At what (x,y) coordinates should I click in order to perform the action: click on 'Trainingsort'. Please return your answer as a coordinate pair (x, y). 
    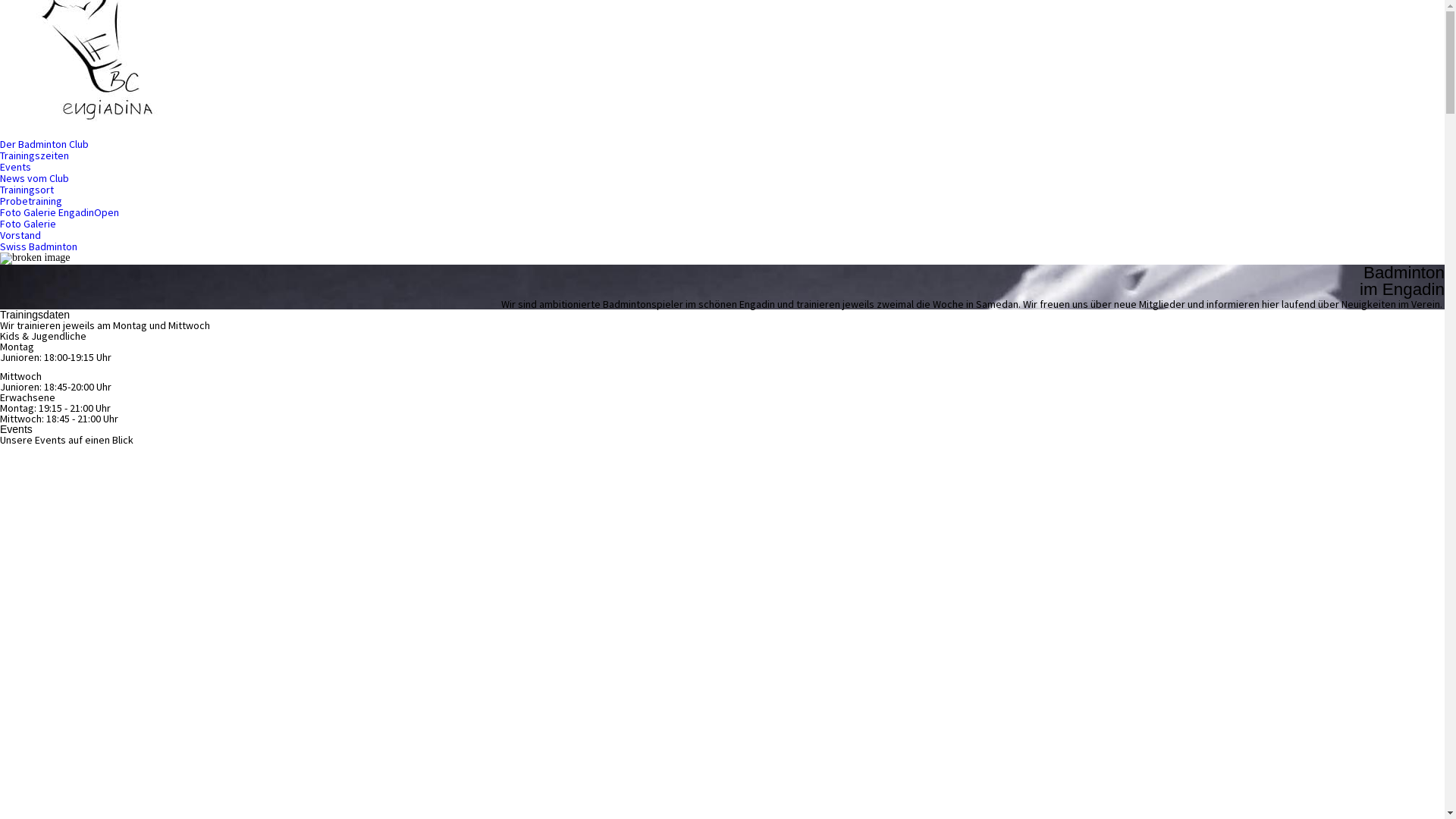
    Looking at the image, I should click on (27, 189).